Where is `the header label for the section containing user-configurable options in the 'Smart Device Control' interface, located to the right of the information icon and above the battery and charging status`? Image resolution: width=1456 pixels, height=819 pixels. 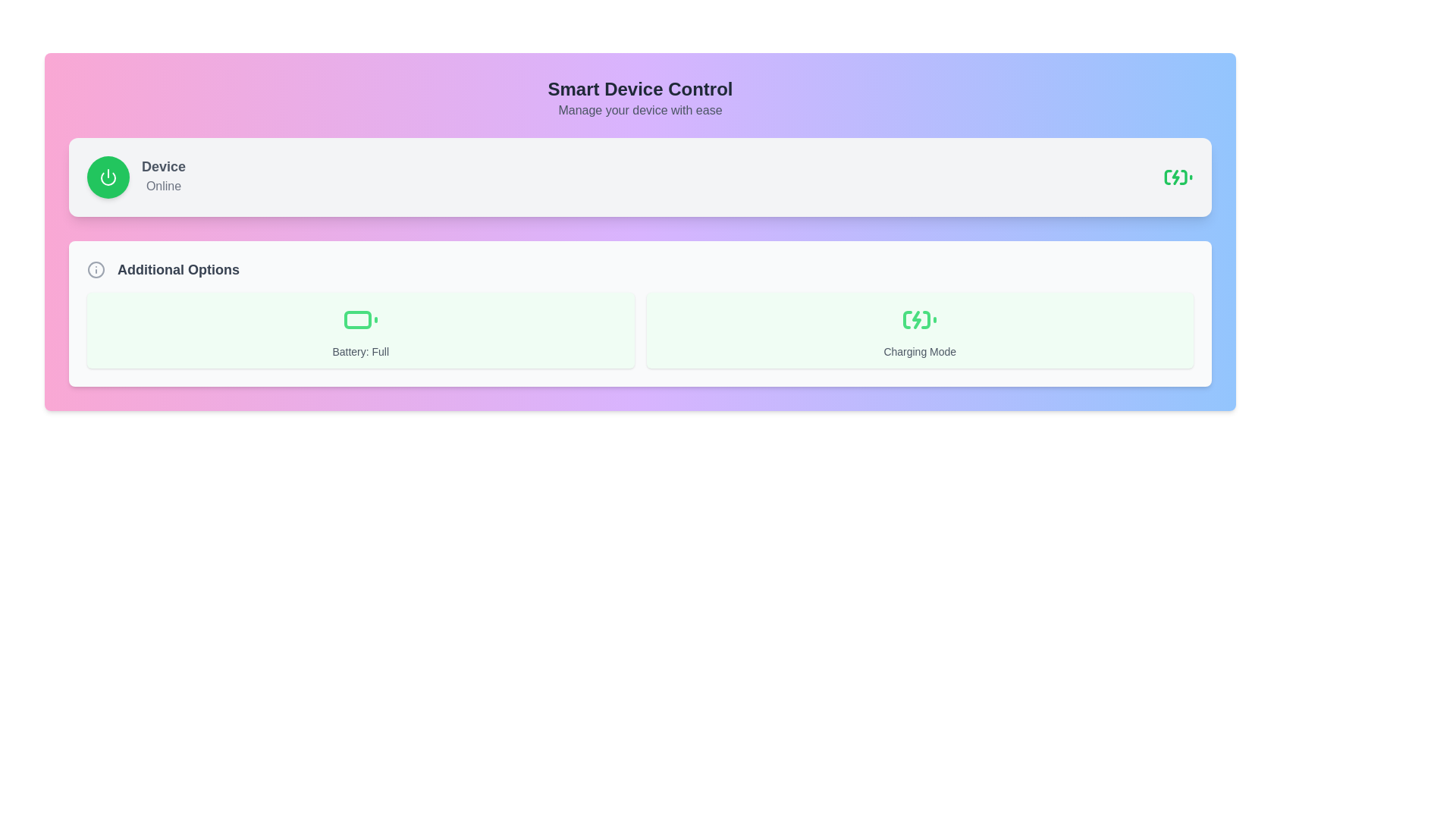
the header label for the section containing user-configurable options in the 'Smart Device Control' interface, located to the right of the information icon and above the battery and charging status is located at coordinates (178, 268).